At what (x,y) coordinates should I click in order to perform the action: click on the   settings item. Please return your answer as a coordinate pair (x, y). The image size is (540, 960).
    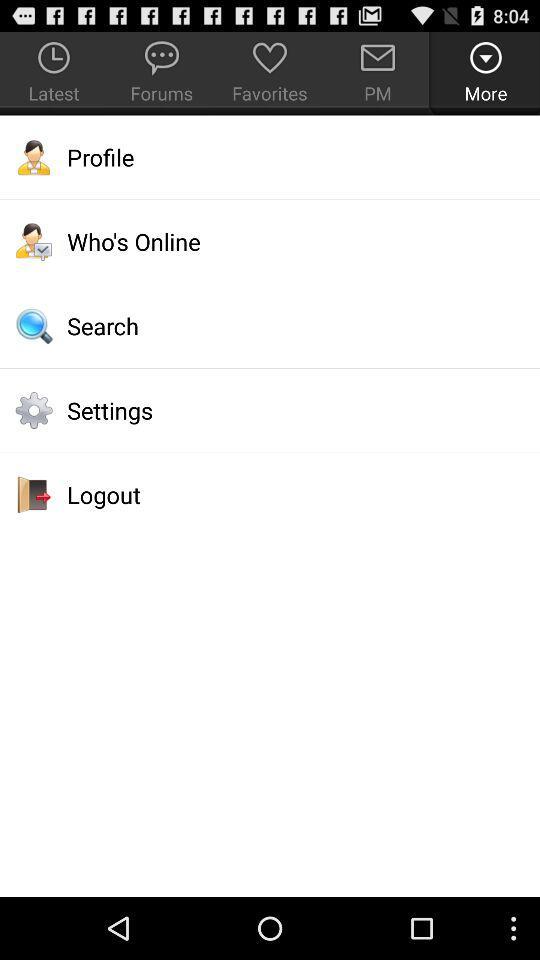
    Looking at the image, I should click on (270, 409).